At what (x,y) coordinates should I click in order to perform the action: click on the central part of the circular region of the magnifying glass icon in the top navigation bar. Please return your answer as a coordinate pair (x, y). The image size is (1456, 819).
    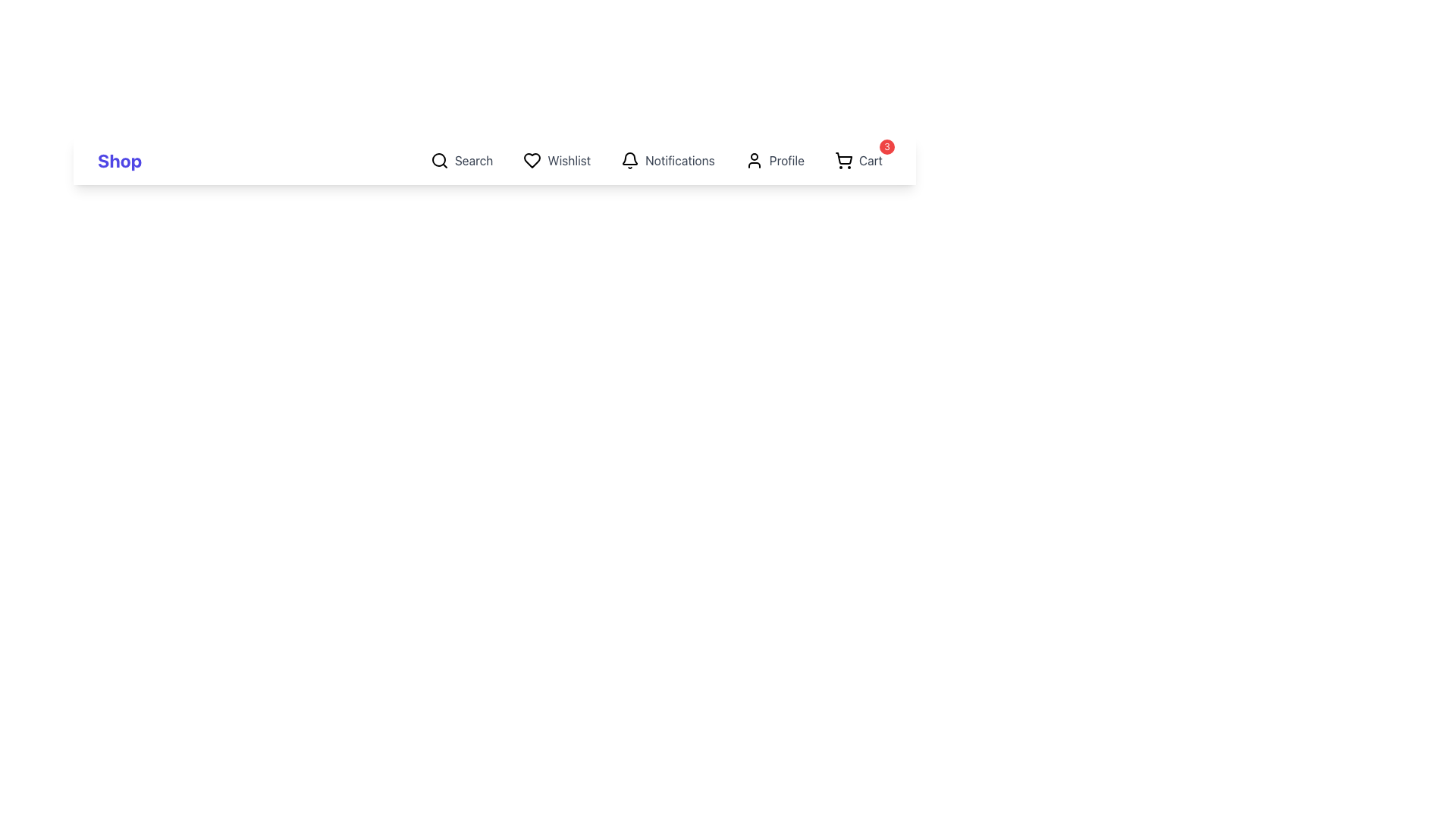
    Looking at the image, I should click on (438, 160).